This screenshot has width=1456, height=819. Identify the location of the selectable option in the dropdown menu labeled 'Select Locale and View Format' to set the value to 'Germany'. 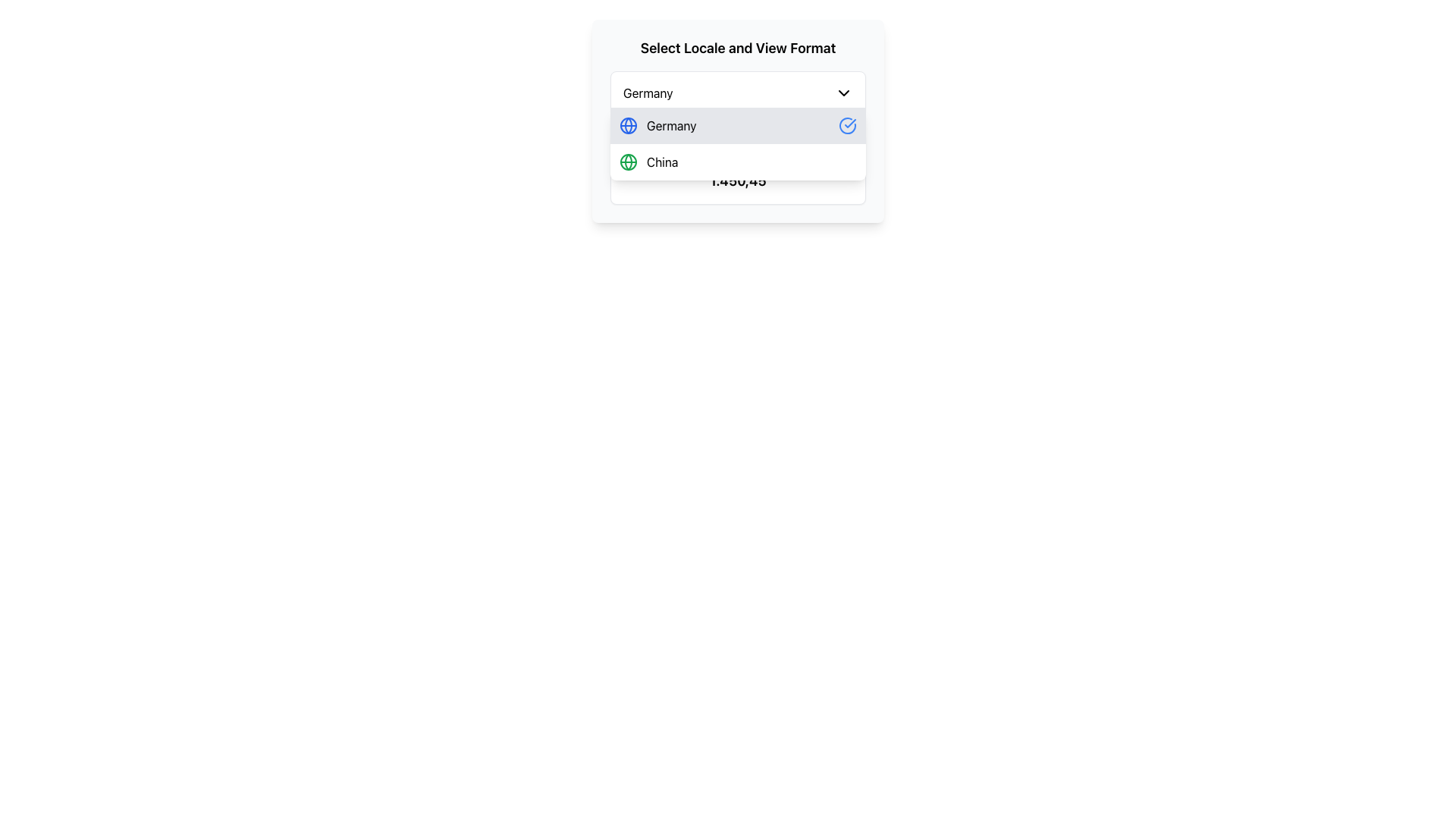
(648, 93).